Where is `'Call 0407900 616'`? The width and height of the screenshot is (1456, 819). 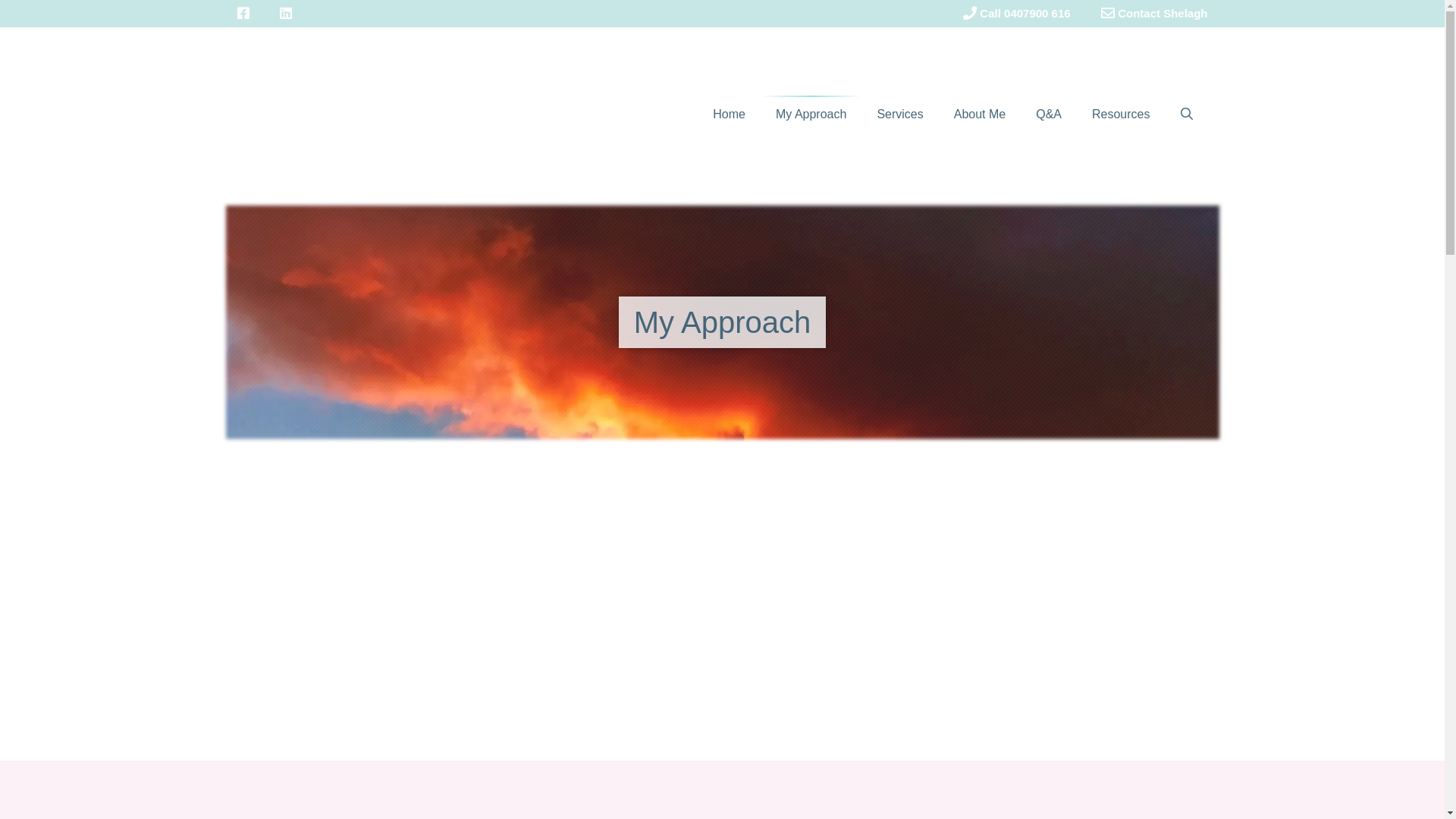 'Call 0407900 616' is located at coordinates (946, 14).